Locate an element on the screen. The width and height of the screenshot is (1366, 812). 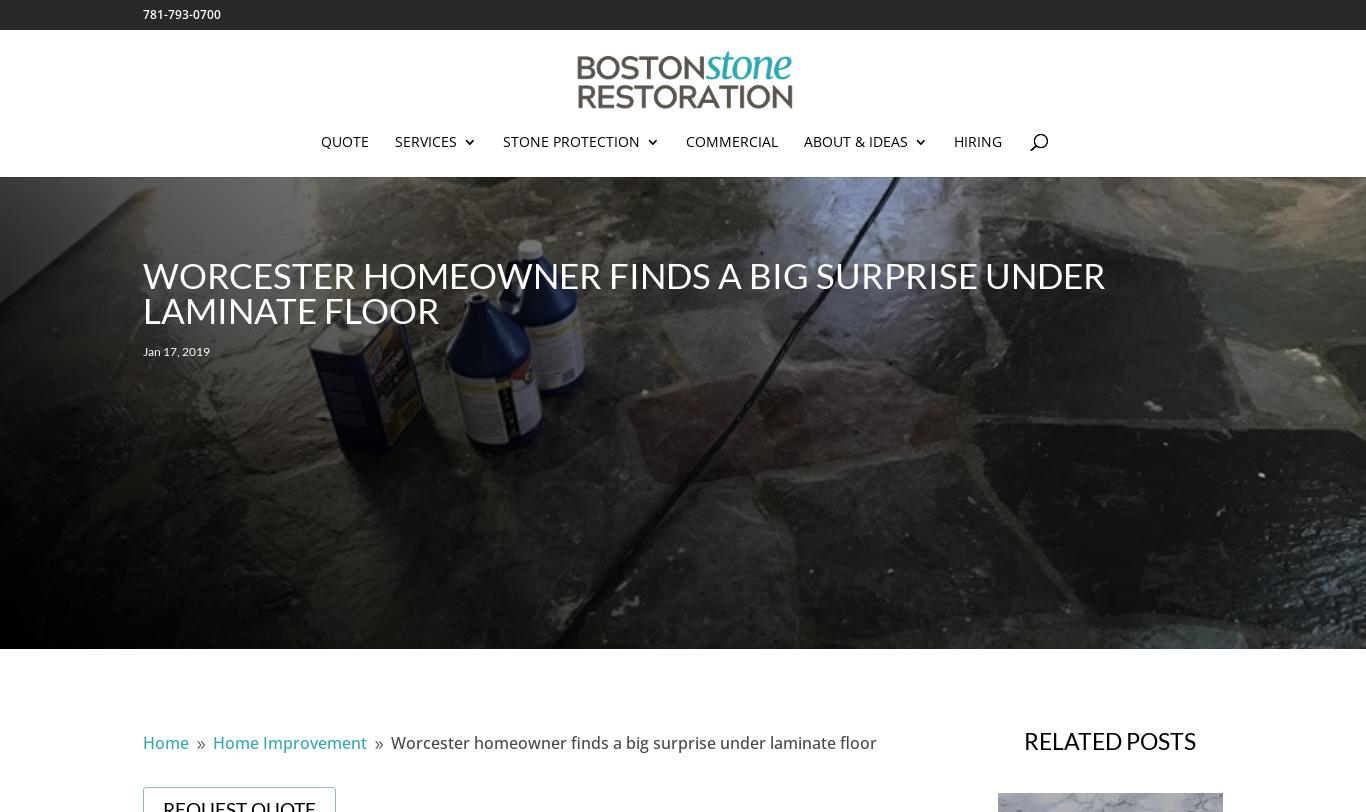
'Reviews' is located at coordinates (871, 339).